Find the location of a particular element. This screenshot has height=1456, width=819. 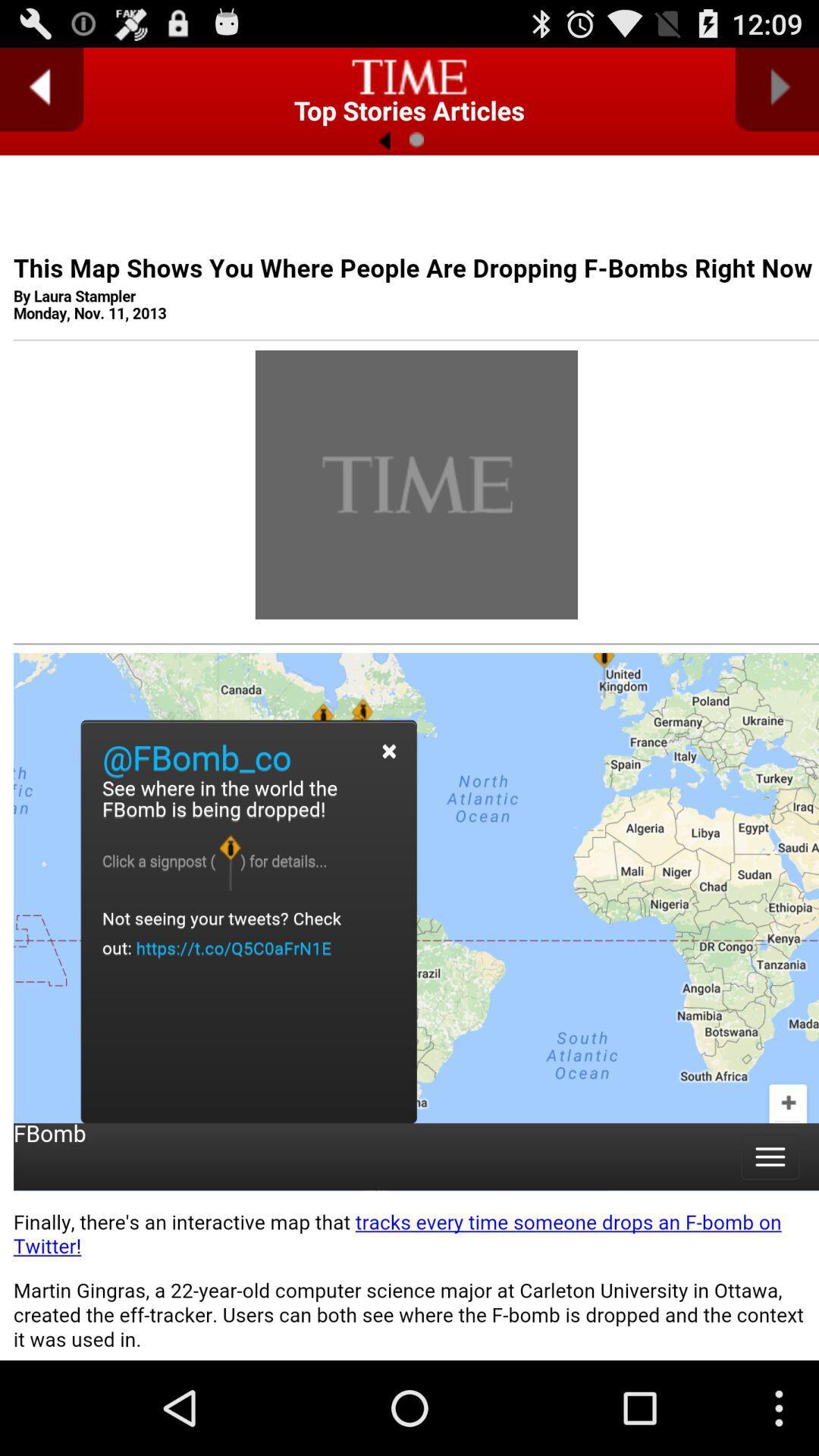

the delete icon is located at coordinates (408, 81).